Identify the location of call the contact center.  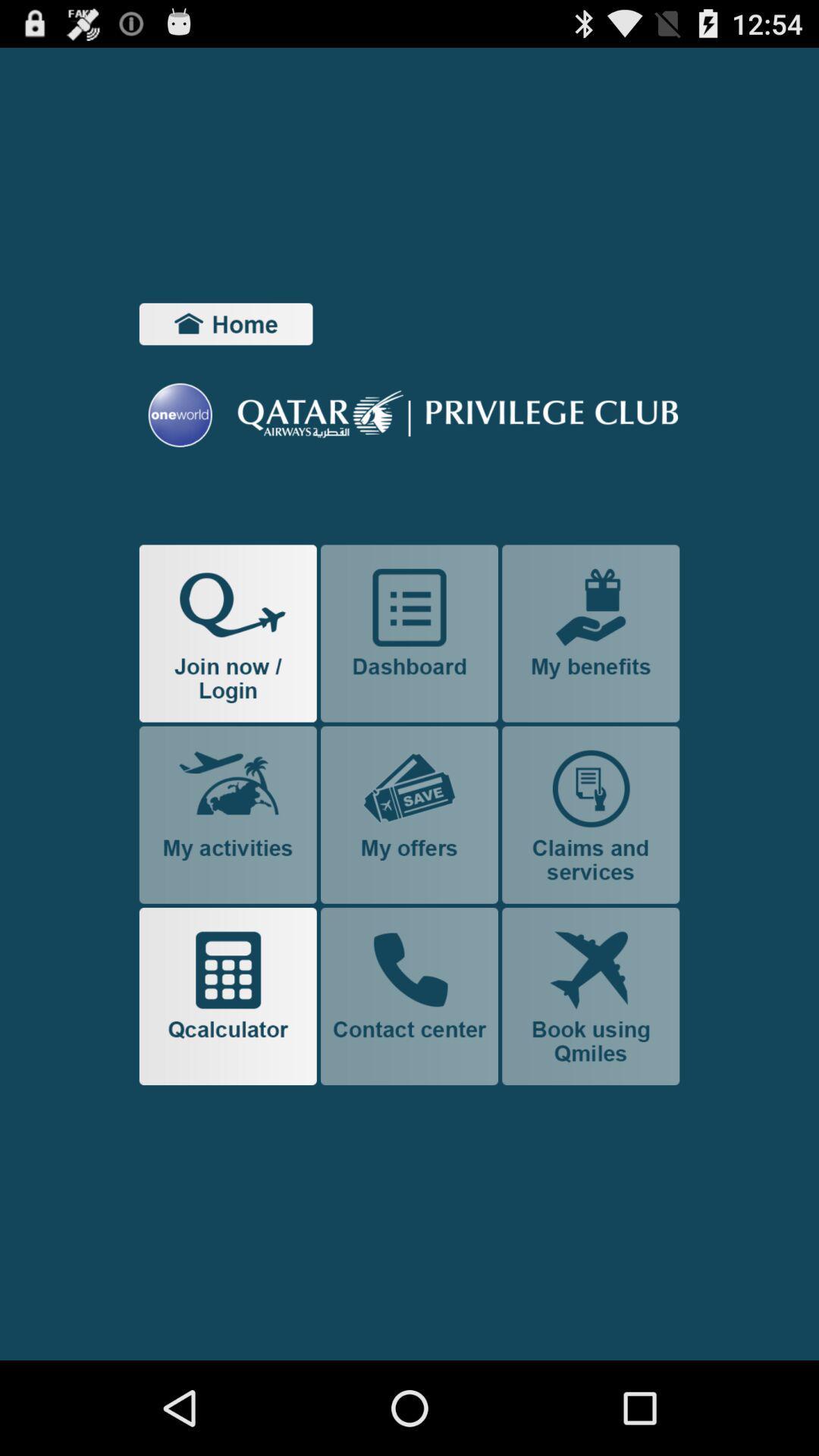
(409, 996).